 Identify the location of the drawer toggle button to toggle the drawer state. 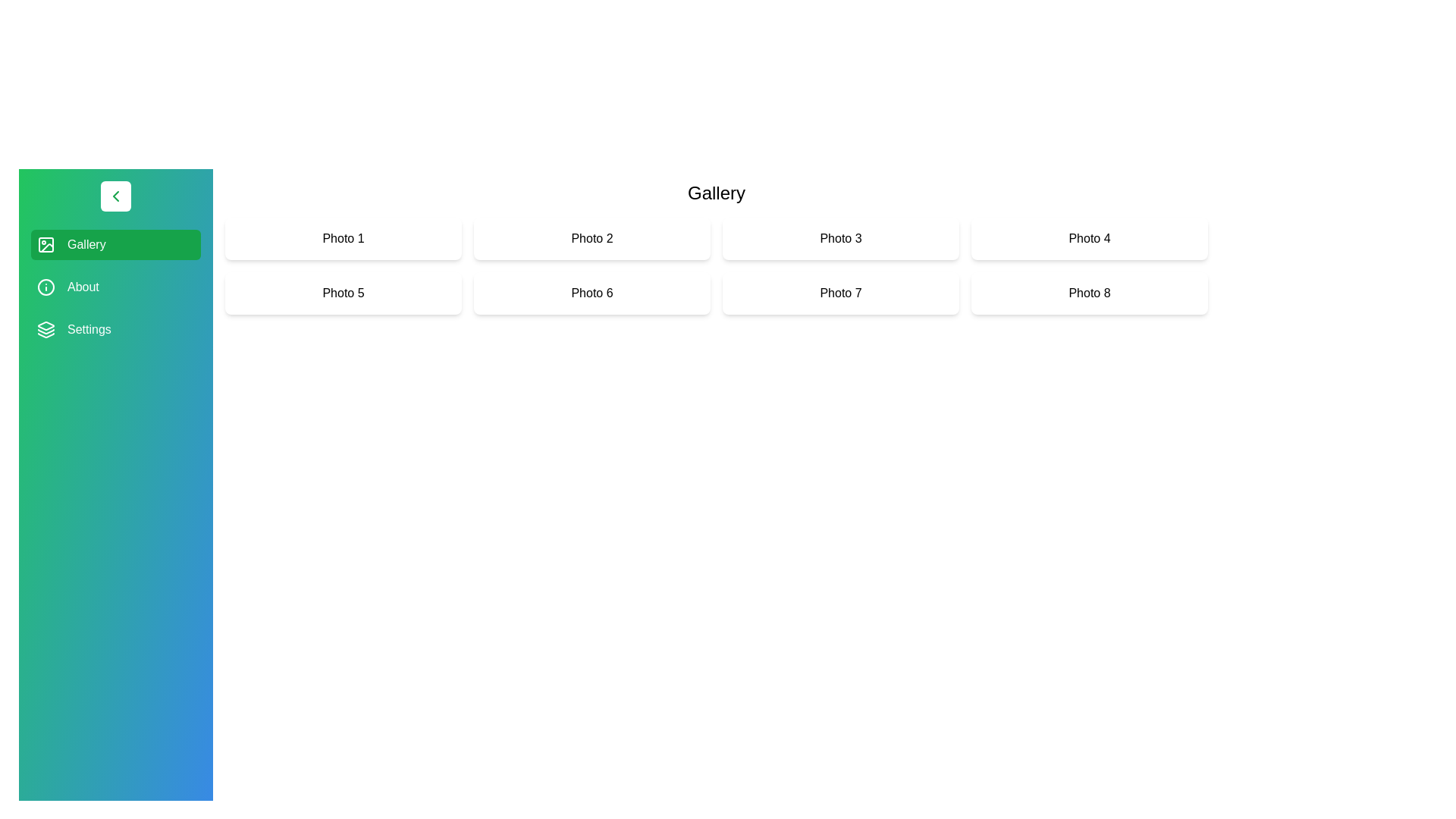
(115, 195).